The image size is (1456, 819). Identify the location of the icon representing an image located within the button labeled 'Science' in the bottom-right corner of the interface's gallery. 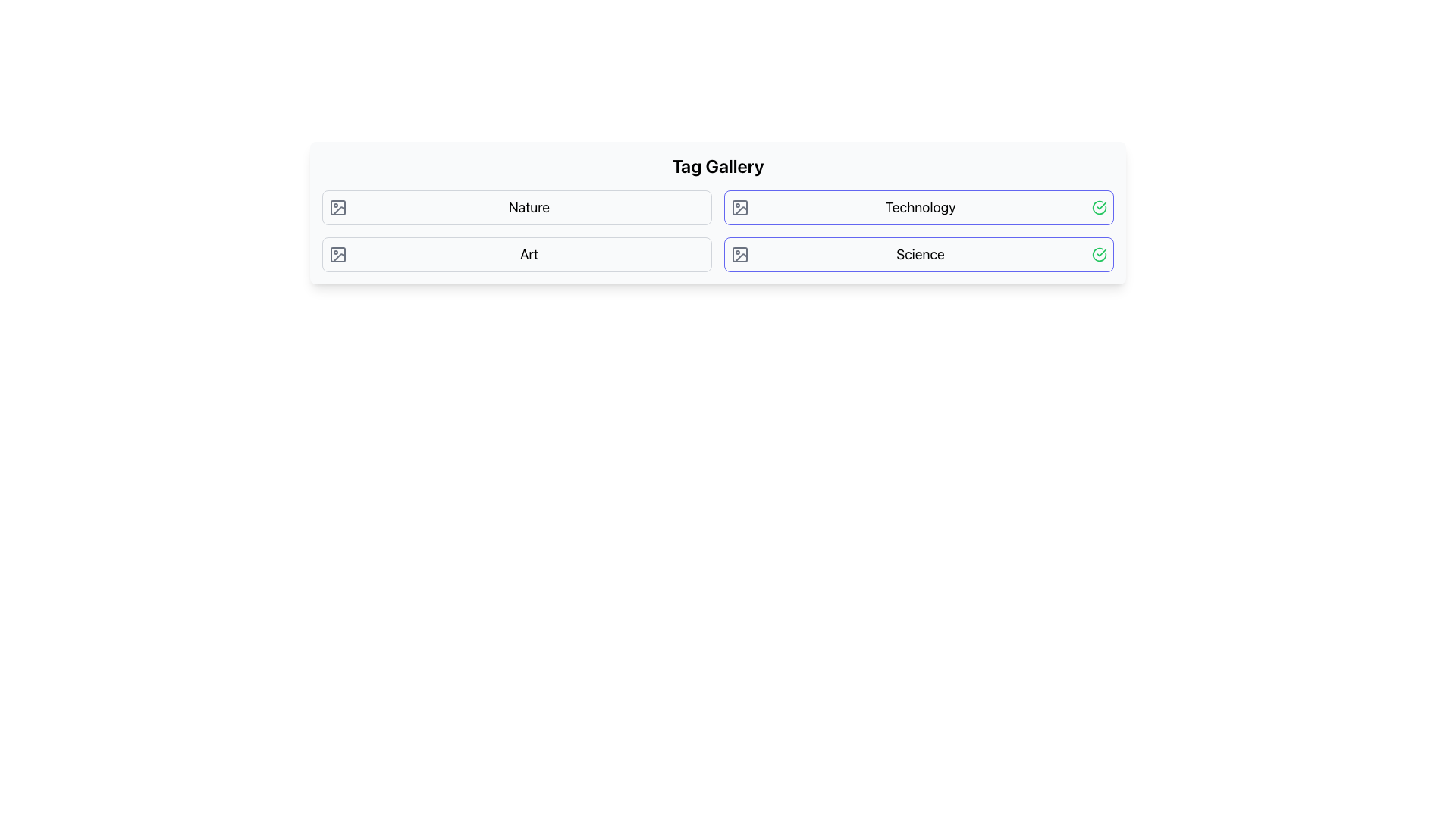
(739, 253).